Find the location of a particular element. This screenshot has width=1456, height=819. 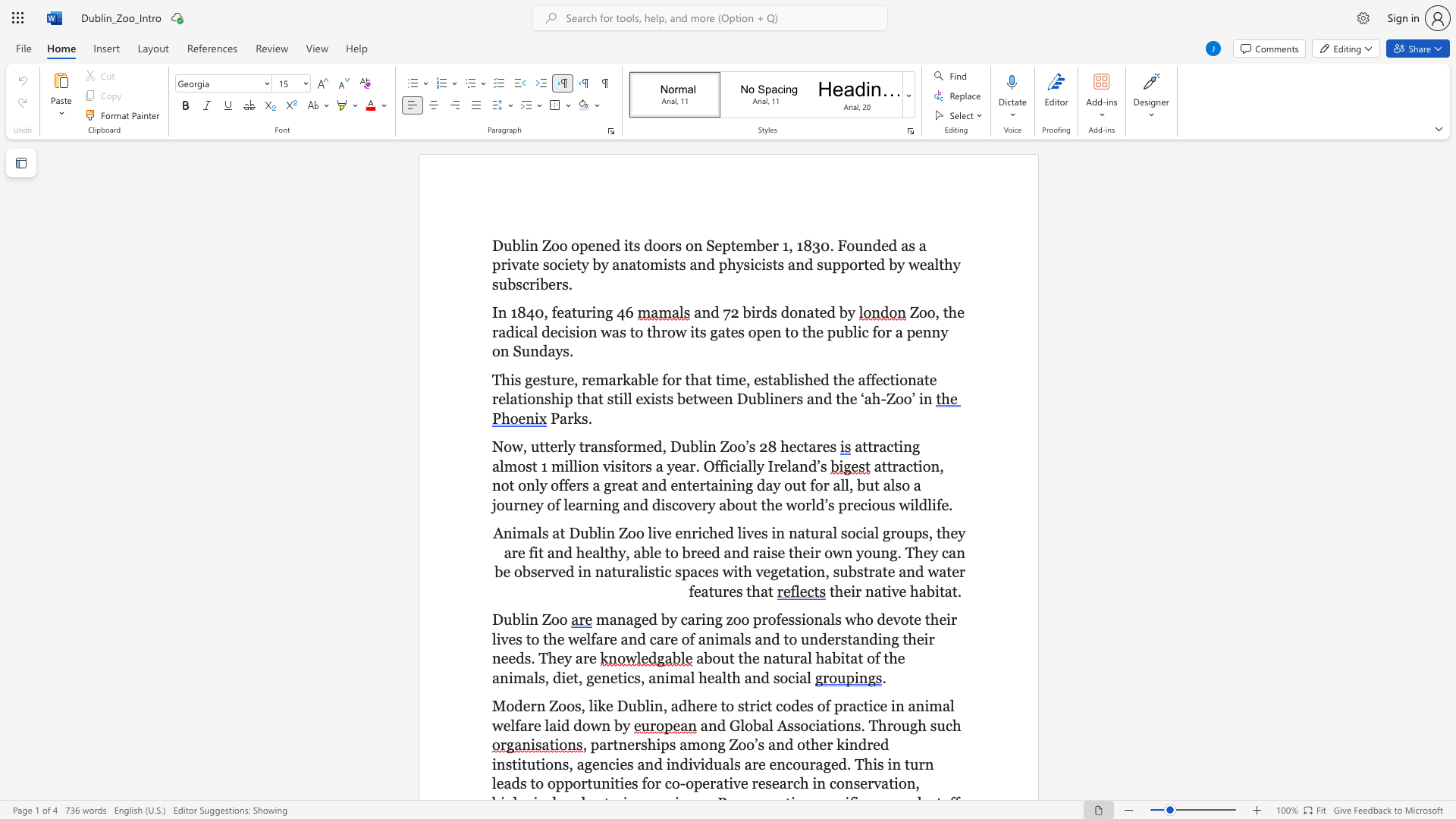

the subset text "ion" within the text "attraction, not only" is located at coordinates (917, 465).